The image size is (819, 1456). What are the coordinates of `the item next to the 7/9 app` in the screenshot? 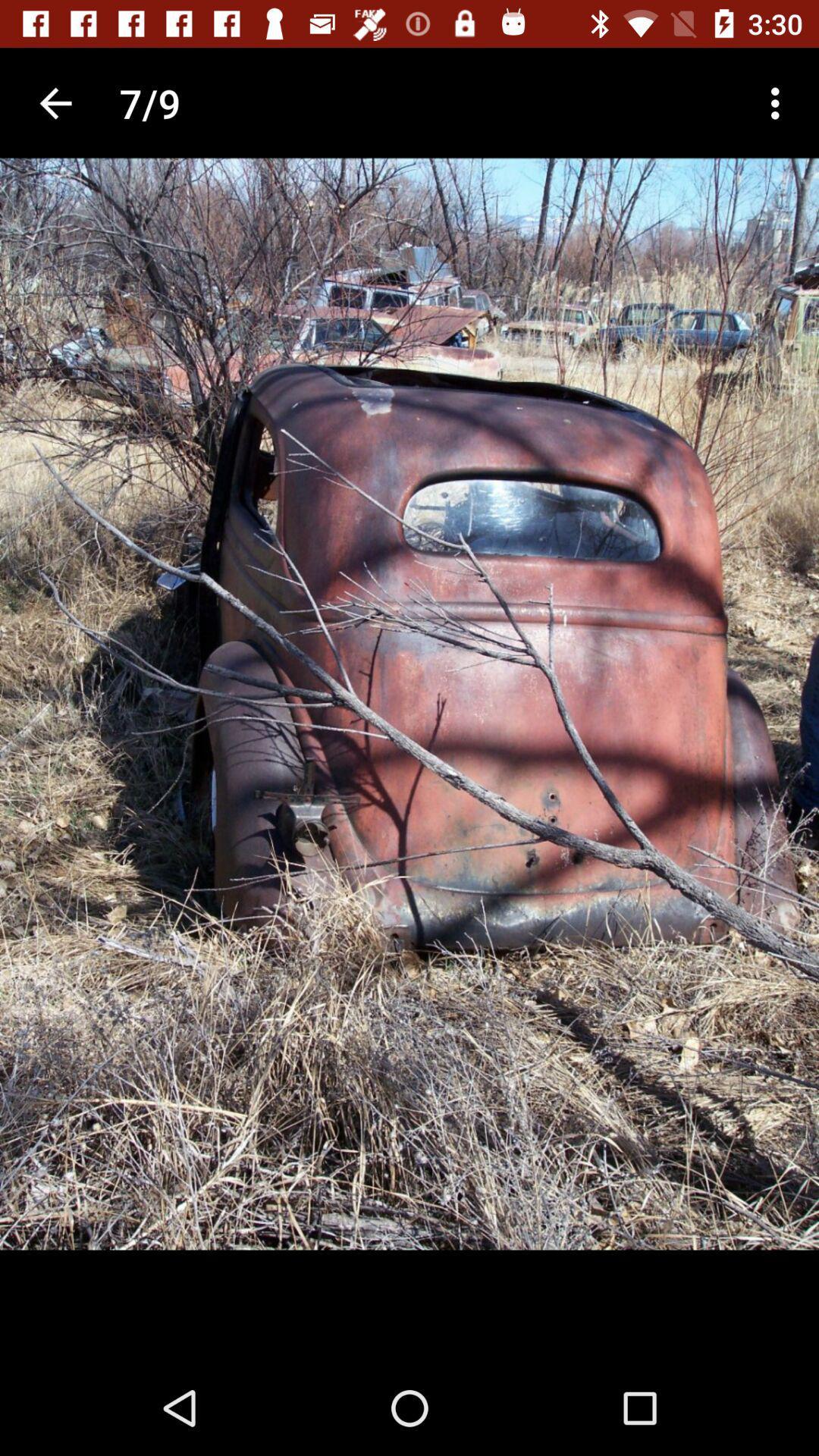 It's located at (55, 102).